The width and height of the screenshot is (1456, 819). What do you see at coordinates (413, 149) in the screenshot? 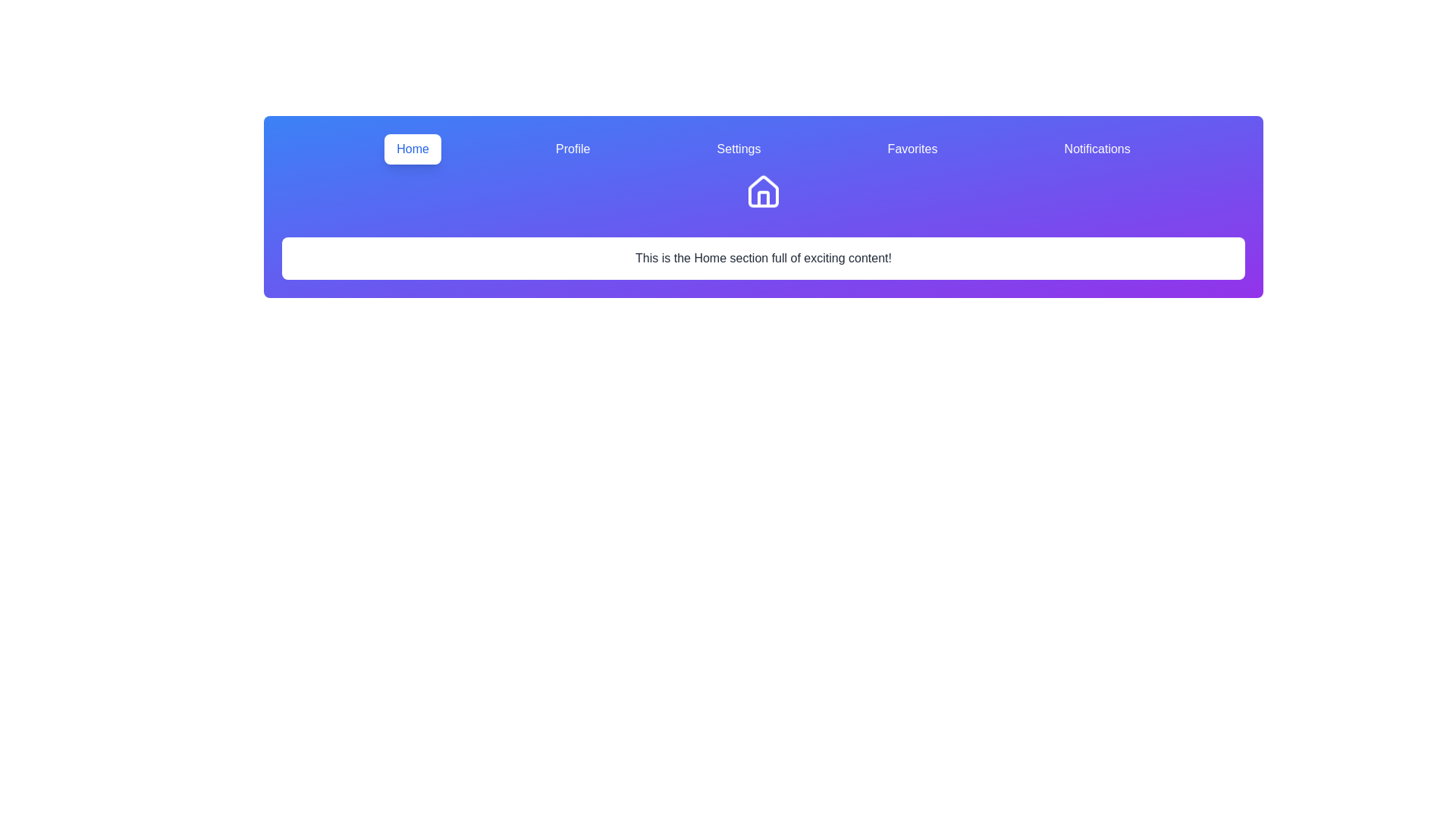
I see `the prominent action button labeled 'Home' with a white background and blue text` at bounding box center [413, 149].